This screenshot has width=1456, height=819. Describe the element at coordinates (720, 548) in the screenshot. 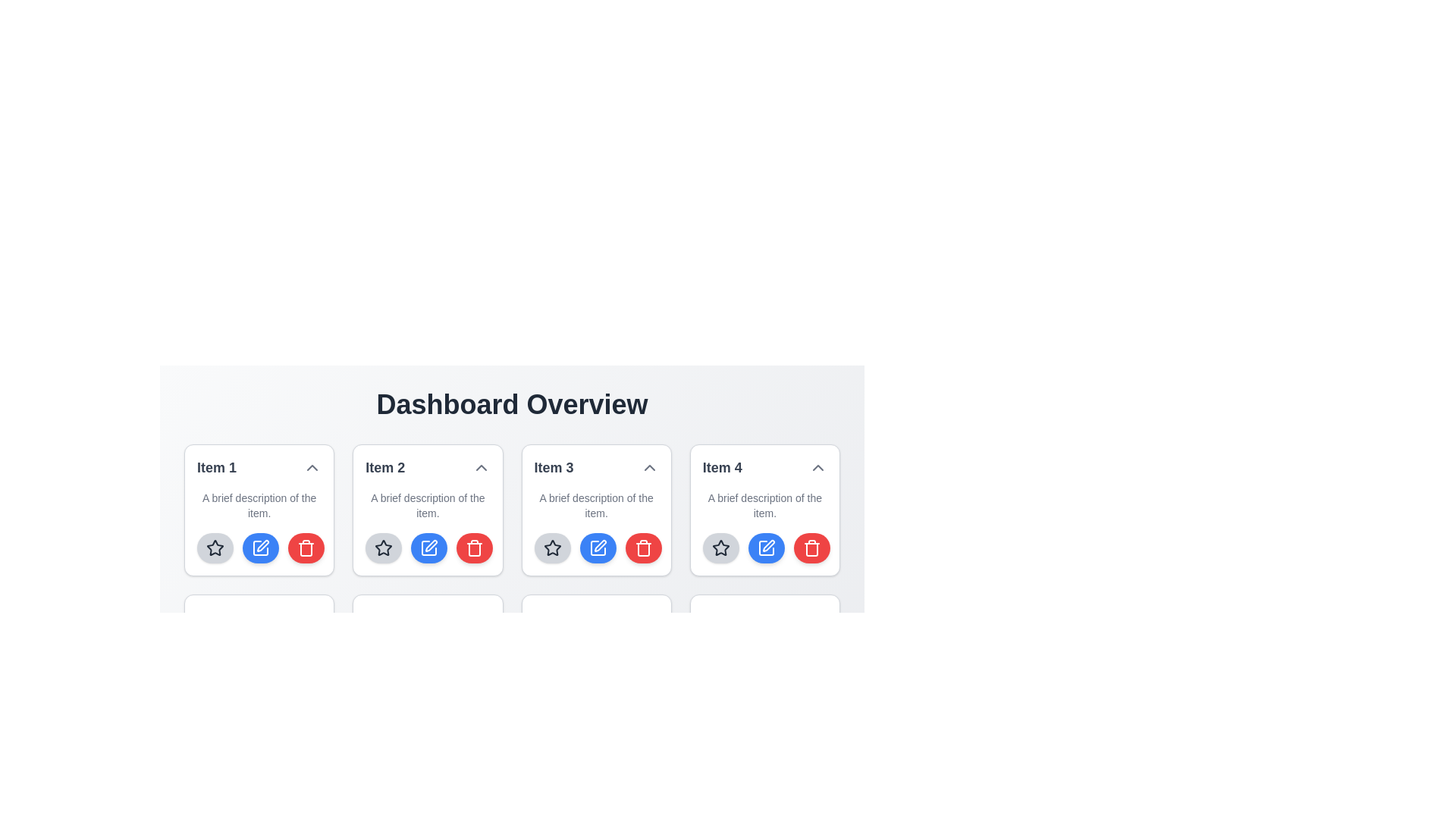

I see `the circular button with a light gray background and a black star icon` at that location.